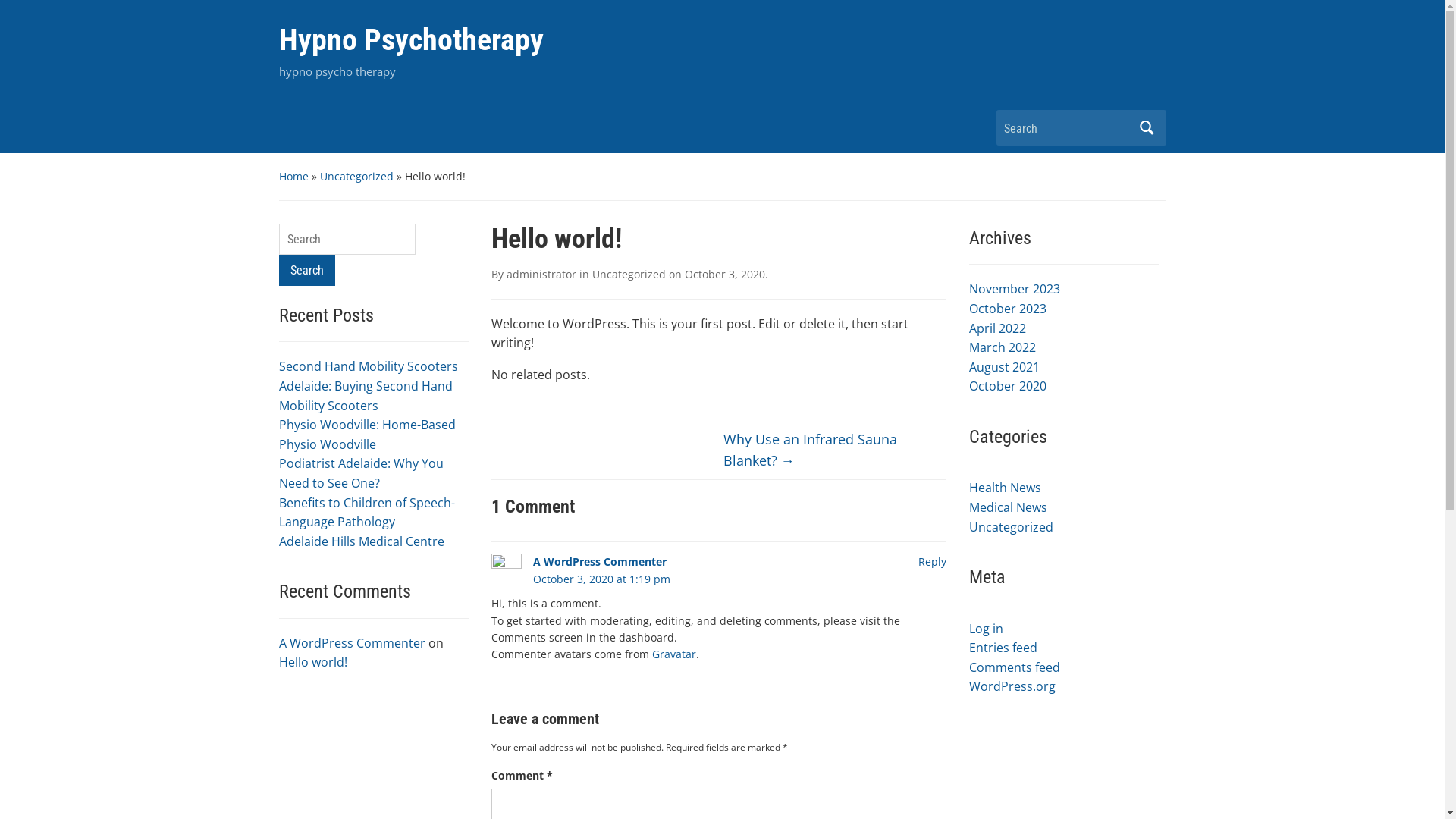 The width and height of the screenshot is (1456, 819). Describe the element at coordinates (723, 274) in the screenshot. I see `'October 3, 2020'` at that location.